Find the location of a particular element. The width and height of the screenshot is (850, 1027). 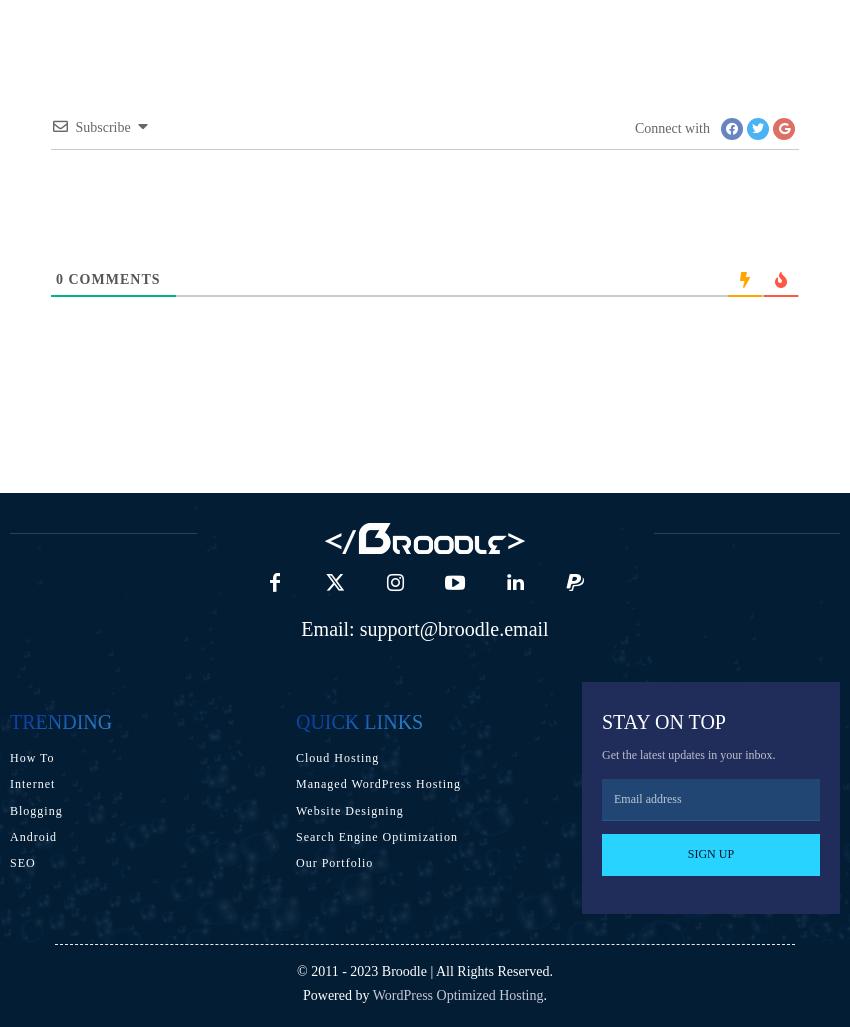

'Sign up' is located at coordinates (709, 853).